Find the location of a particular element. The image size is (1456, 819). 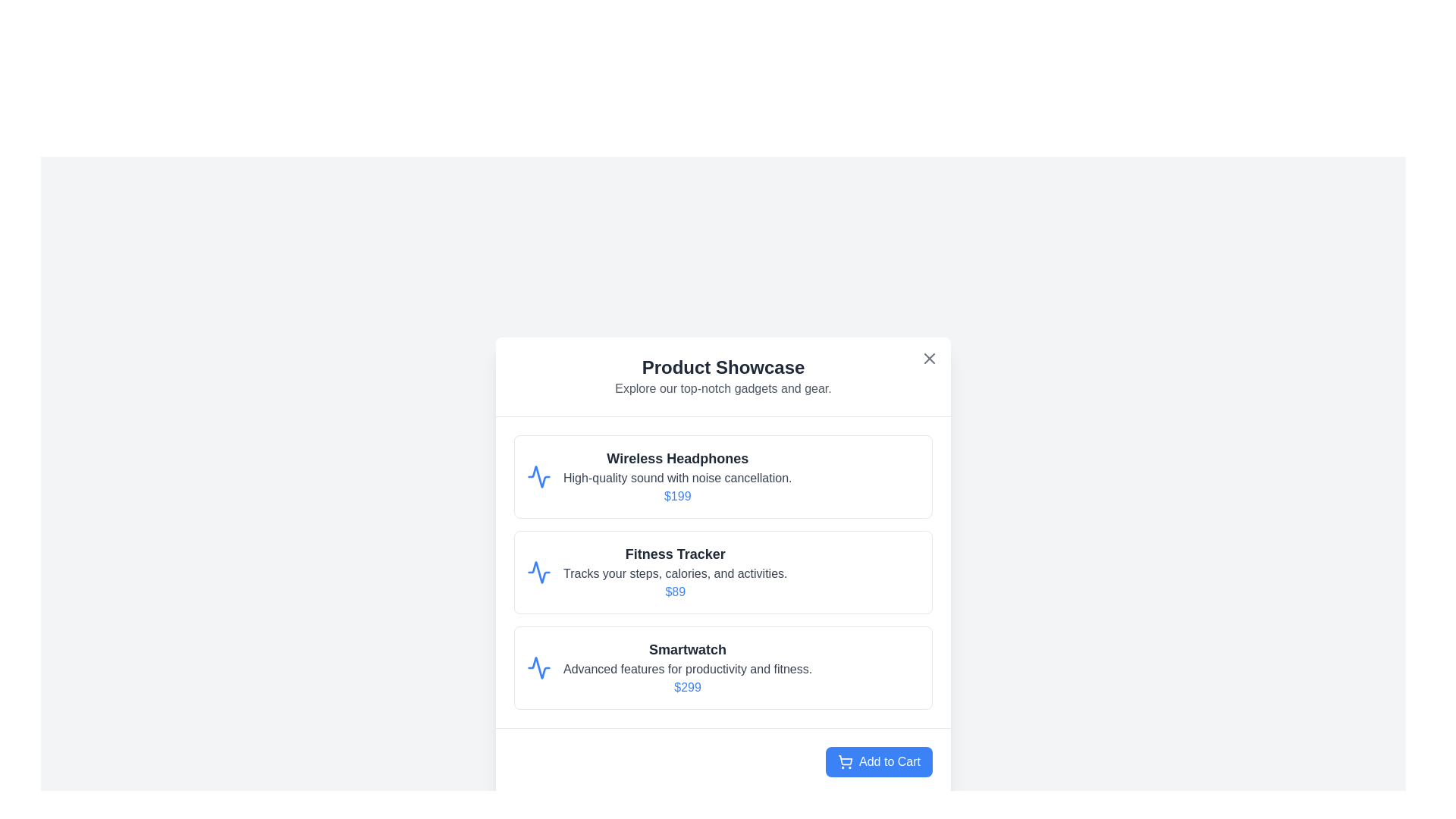

the close button icon located in the top-right corner of the 'Product Showcase' card is located at coordinates (928, 359).